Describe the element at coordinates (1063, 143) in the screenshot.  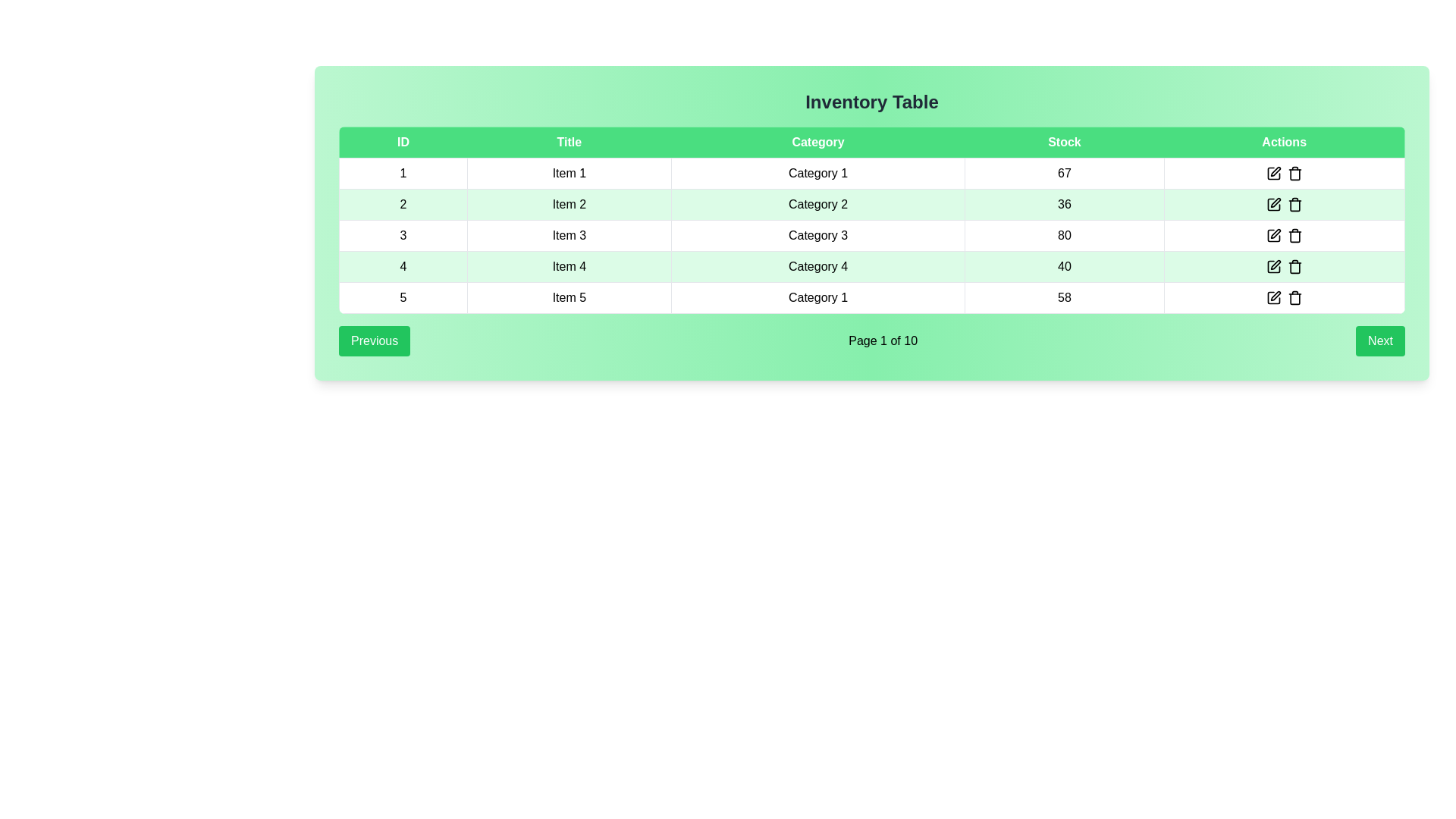
I see `the text label displaying 'Stock' in white font, which is centrally positioned within a green rectangular background in the table header row` at that location.